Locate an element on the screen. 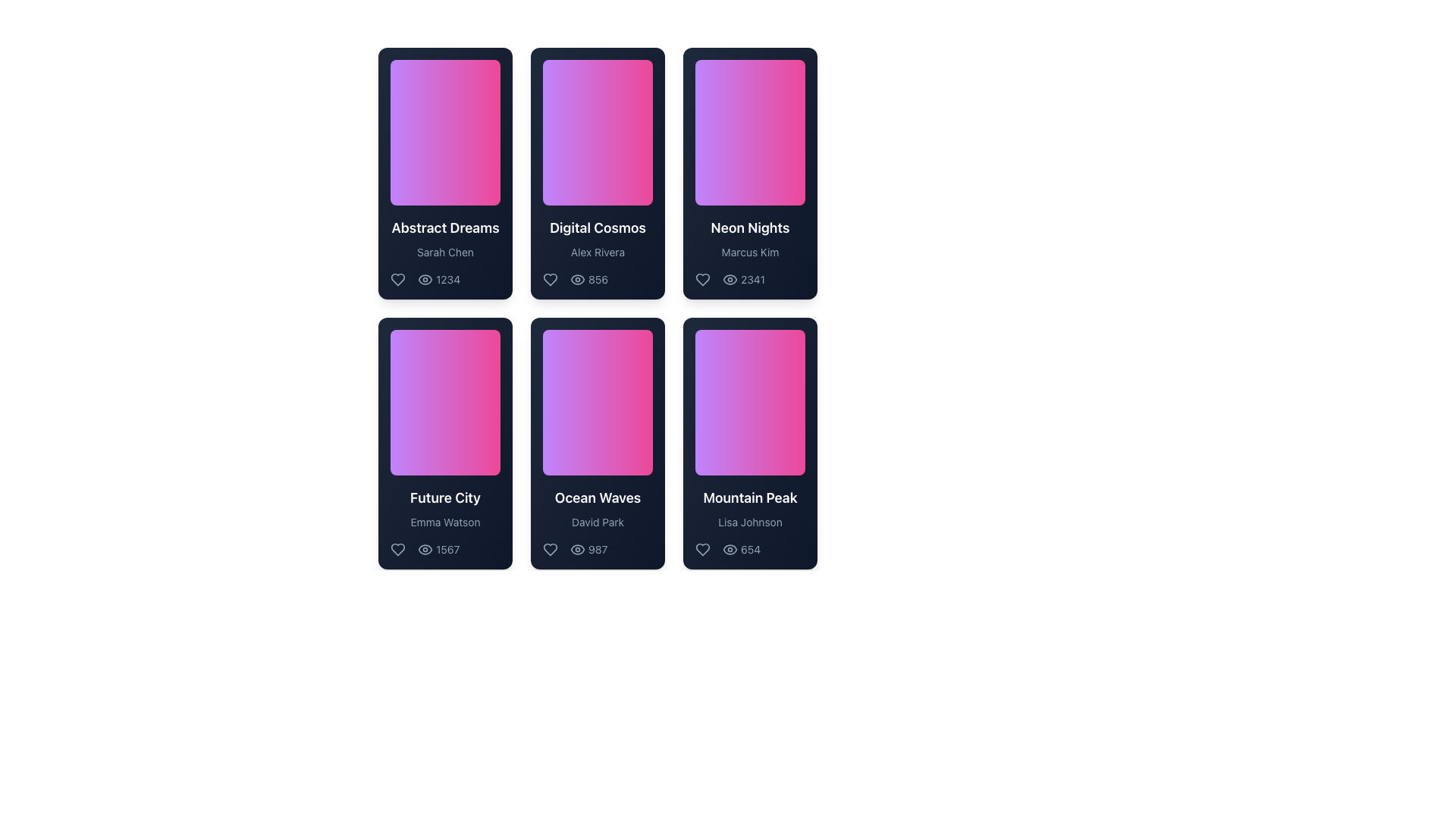 This screenshot has width=1456, height=819. the text label displaying the number '1234' that represents the view count, located in the bottom-right area of the 'Abstract Dreams' card by Sarah Chen, next to the eye icon is located at coordinates (444, 280).